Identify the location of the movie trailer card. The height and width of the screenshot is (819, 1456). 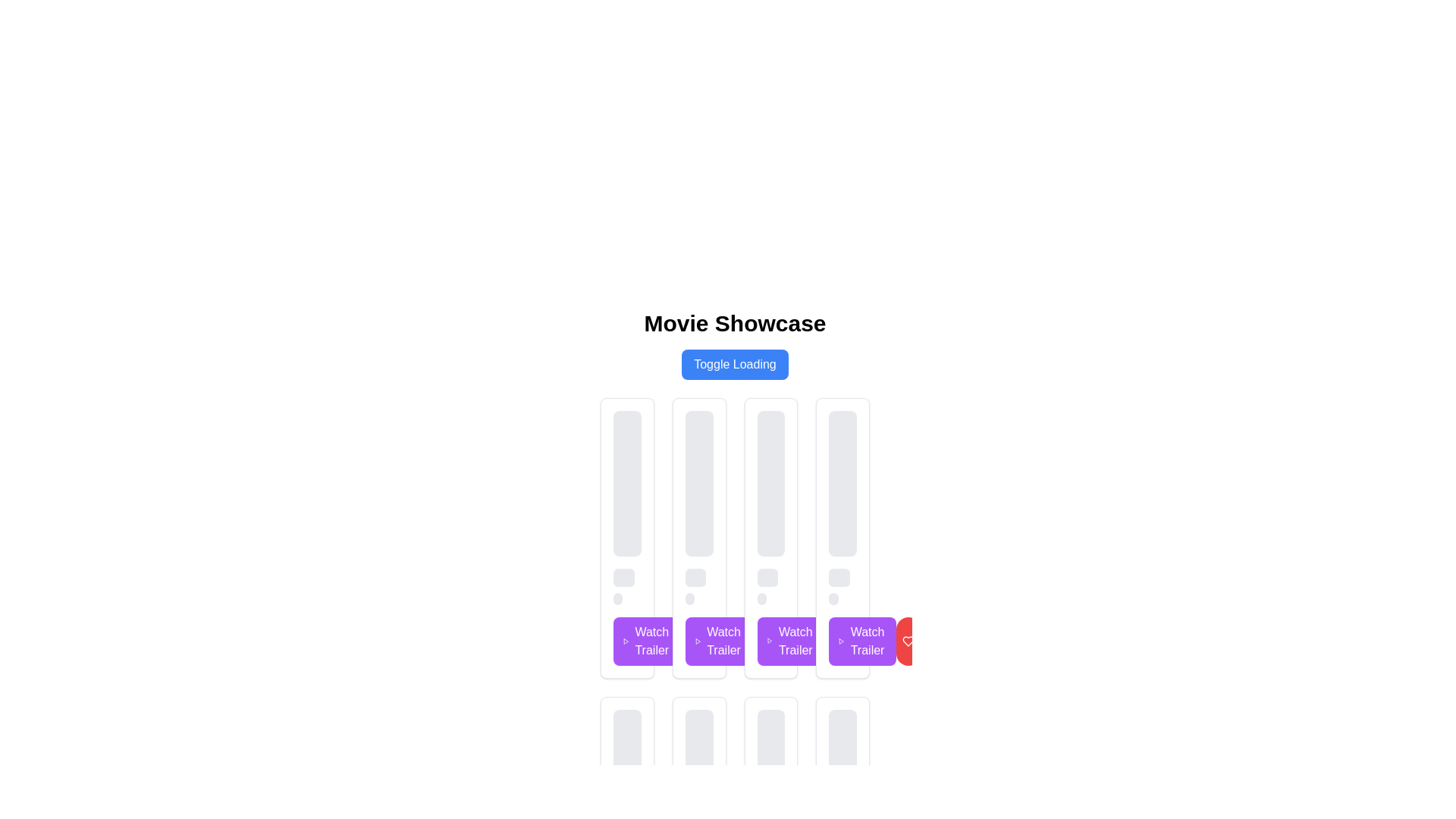
(770, 537).